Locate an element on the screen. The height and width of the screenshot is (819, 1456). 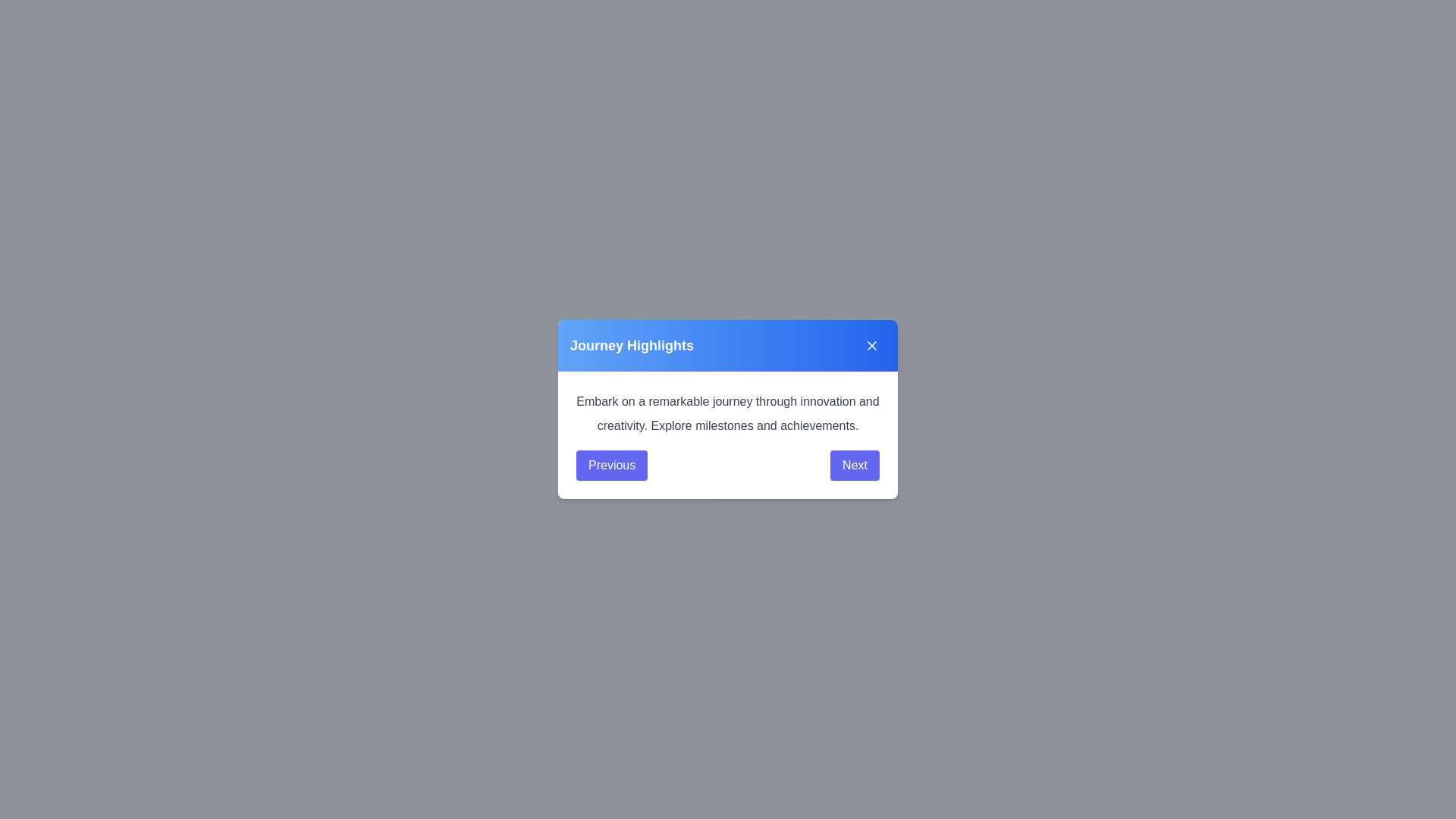
the rectangular 'Previous' button with white text on a blue background, located in the bottom-left area of a modal dialog box, to change its appearance is located at coordinates (612, 464).